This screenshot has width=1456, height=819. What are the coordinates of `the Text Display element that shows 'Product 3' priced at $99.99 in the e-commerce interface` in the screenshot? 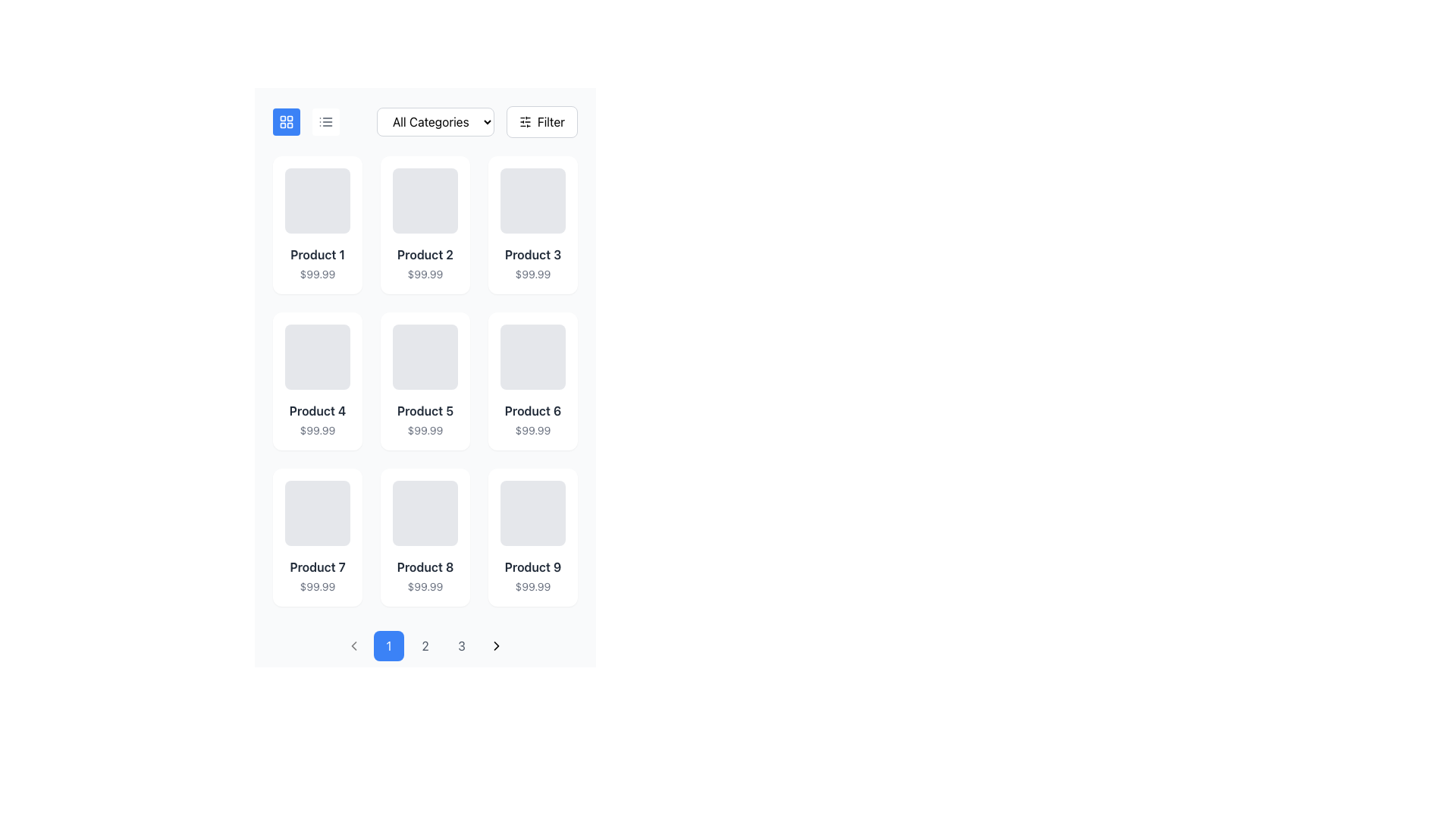 It's located at (532, 262).